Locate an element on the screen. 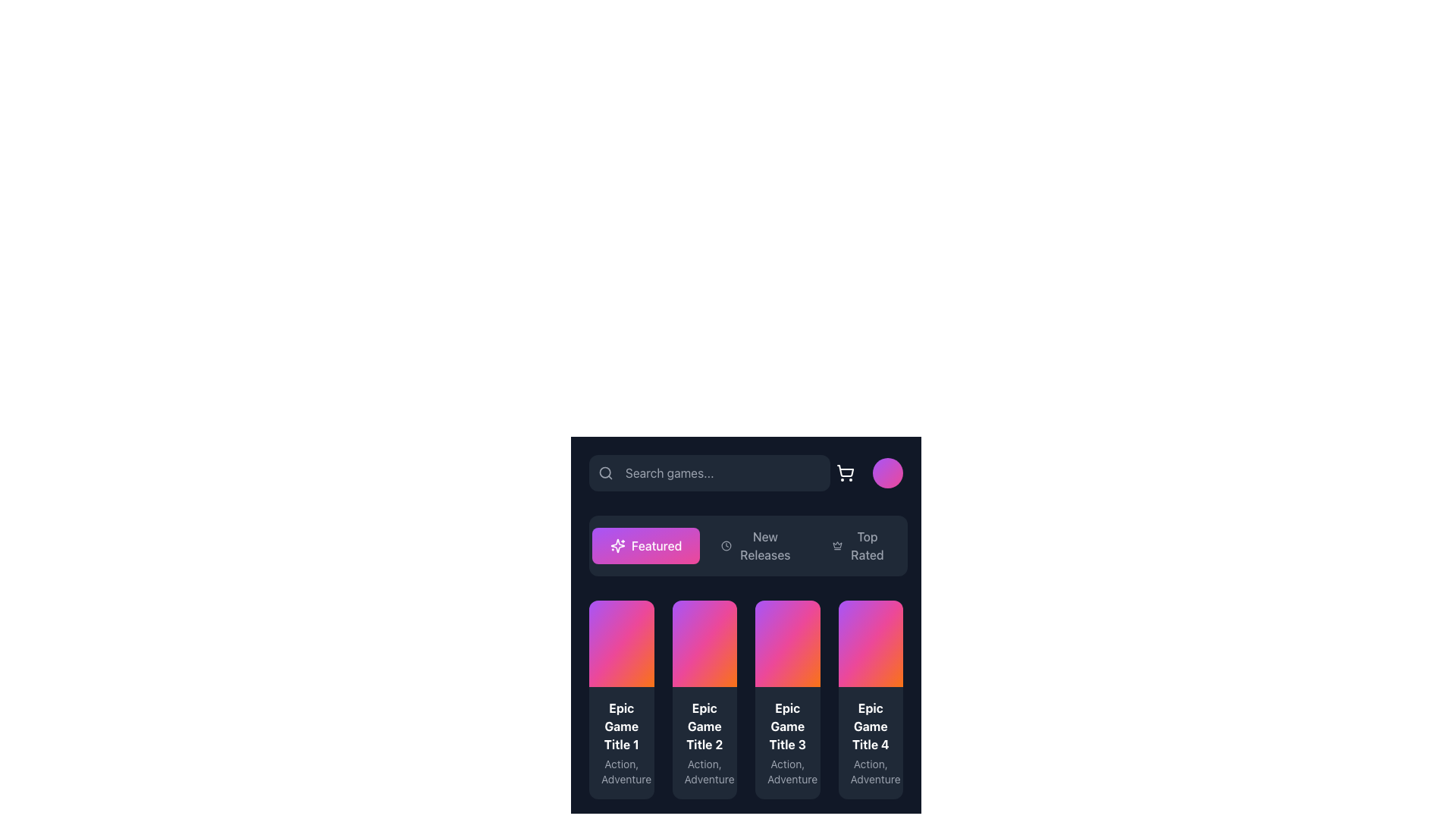  the magnifying glass icon located at the leftmost portion of the search bar is located at coordinates (604, 472).